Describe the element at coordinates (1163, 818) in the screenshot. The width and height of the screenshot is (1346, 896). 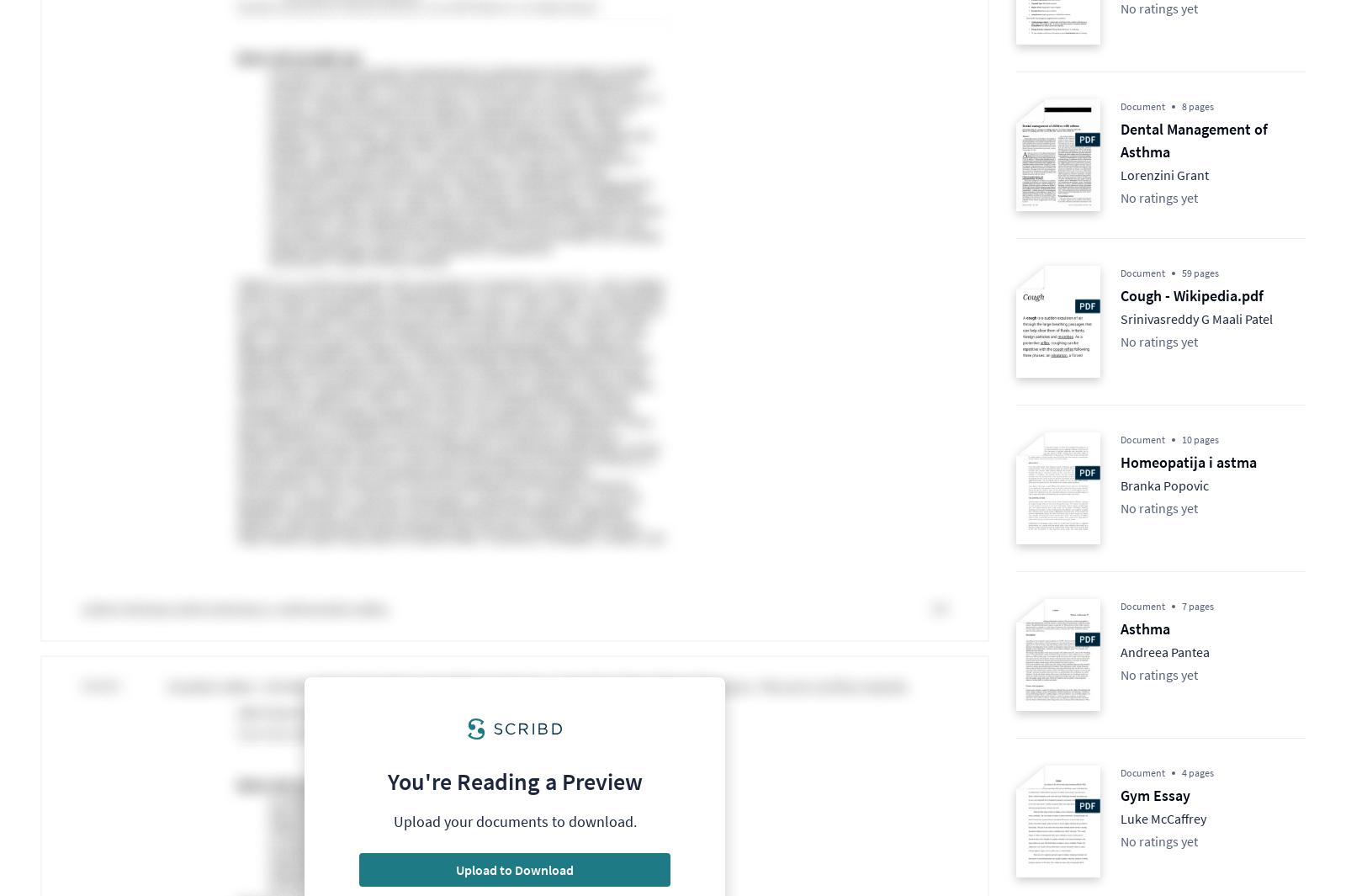
I see `'Luke McCaffrey'` at that location.